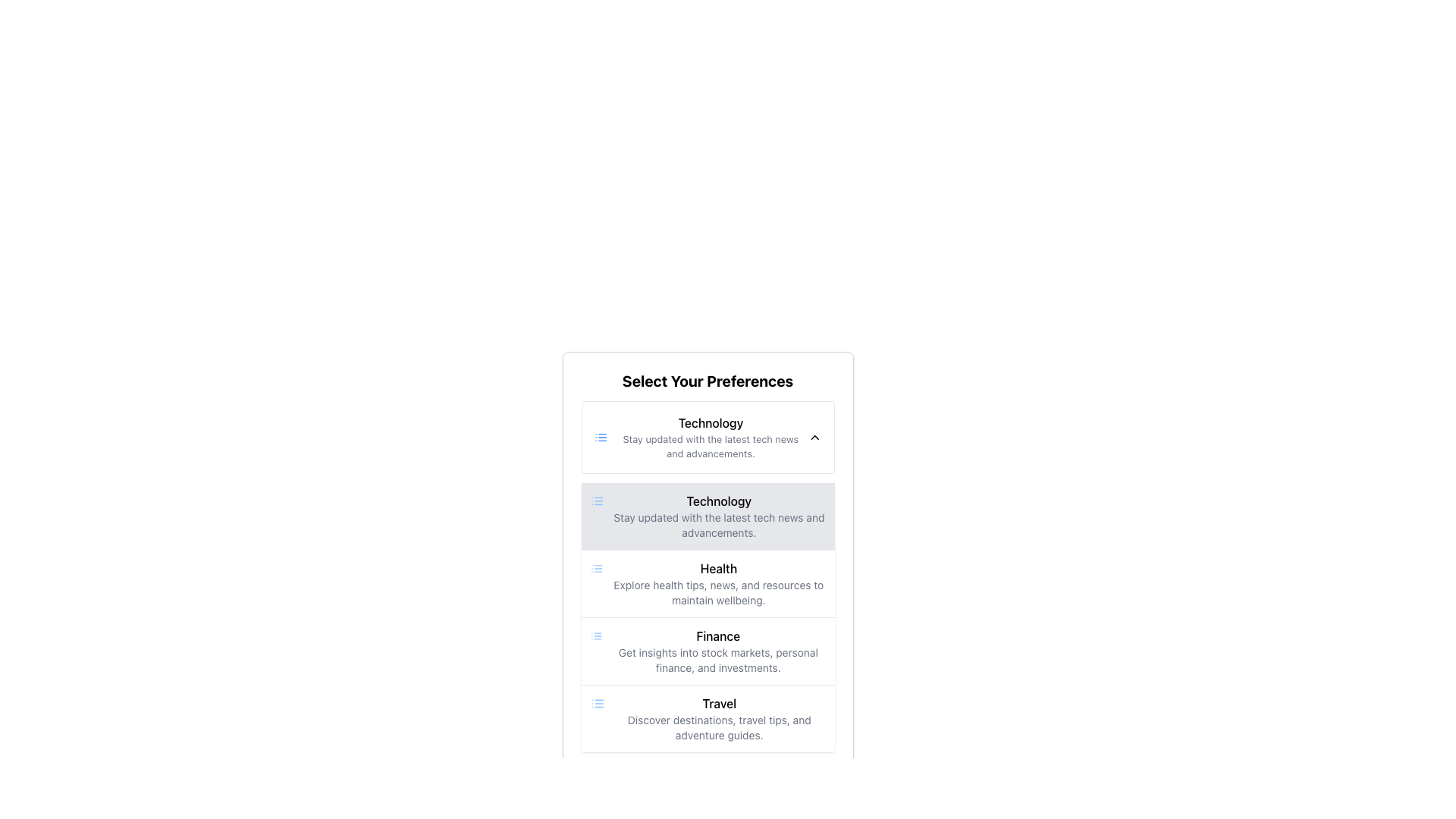  Describe the element at coordinates (707, 650) in the screenshot. I see `the third item in the selectable list titled 'Select Your Preferences', which provides information about finance-related content, positioned between 'Health' and 'Travel'` at that location.